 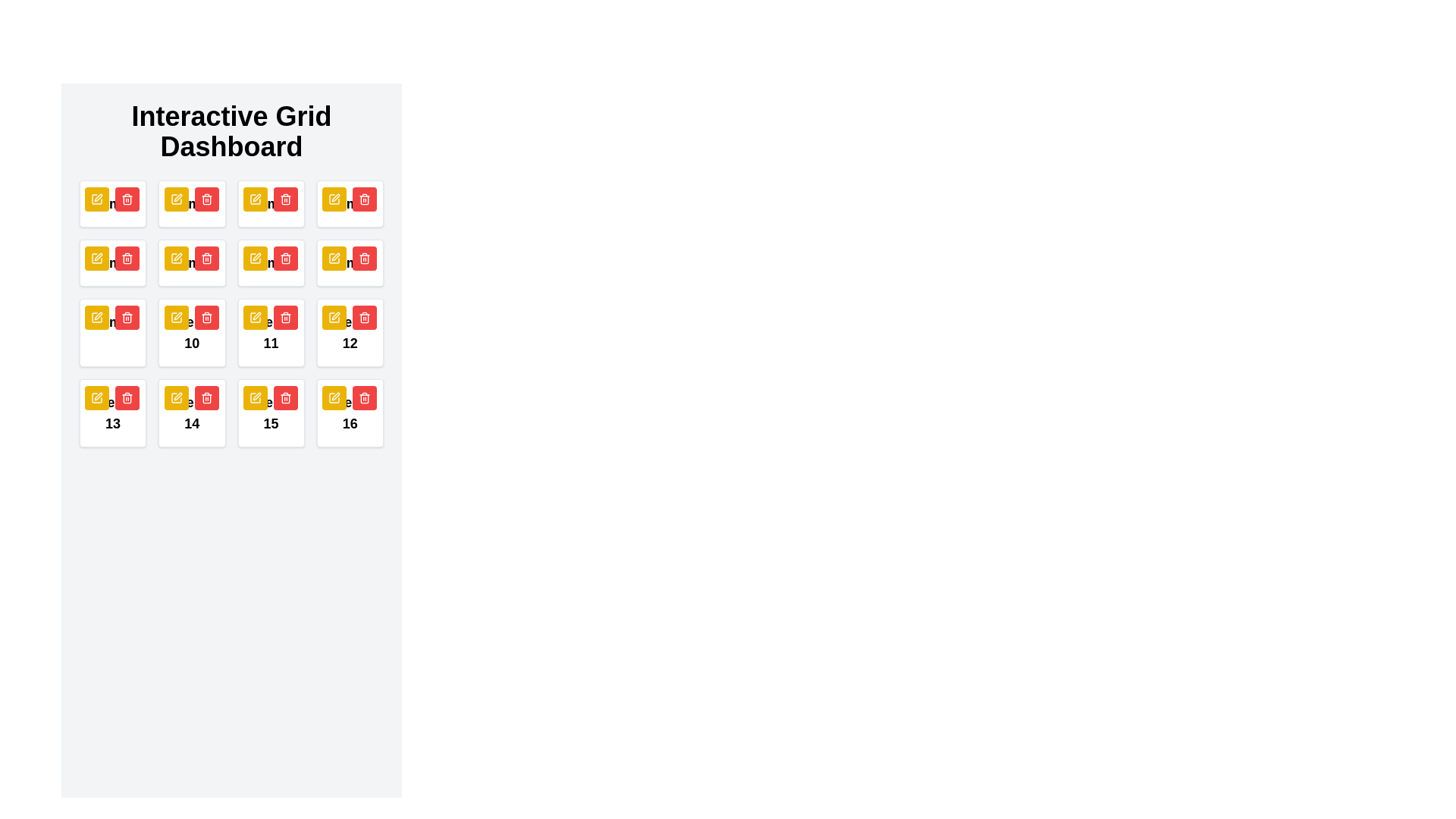 I want to click on the trash bin icon within grid item 11 of the Interactive Grid Dashboard to initiate a delete action, so click(x=364, y=257).